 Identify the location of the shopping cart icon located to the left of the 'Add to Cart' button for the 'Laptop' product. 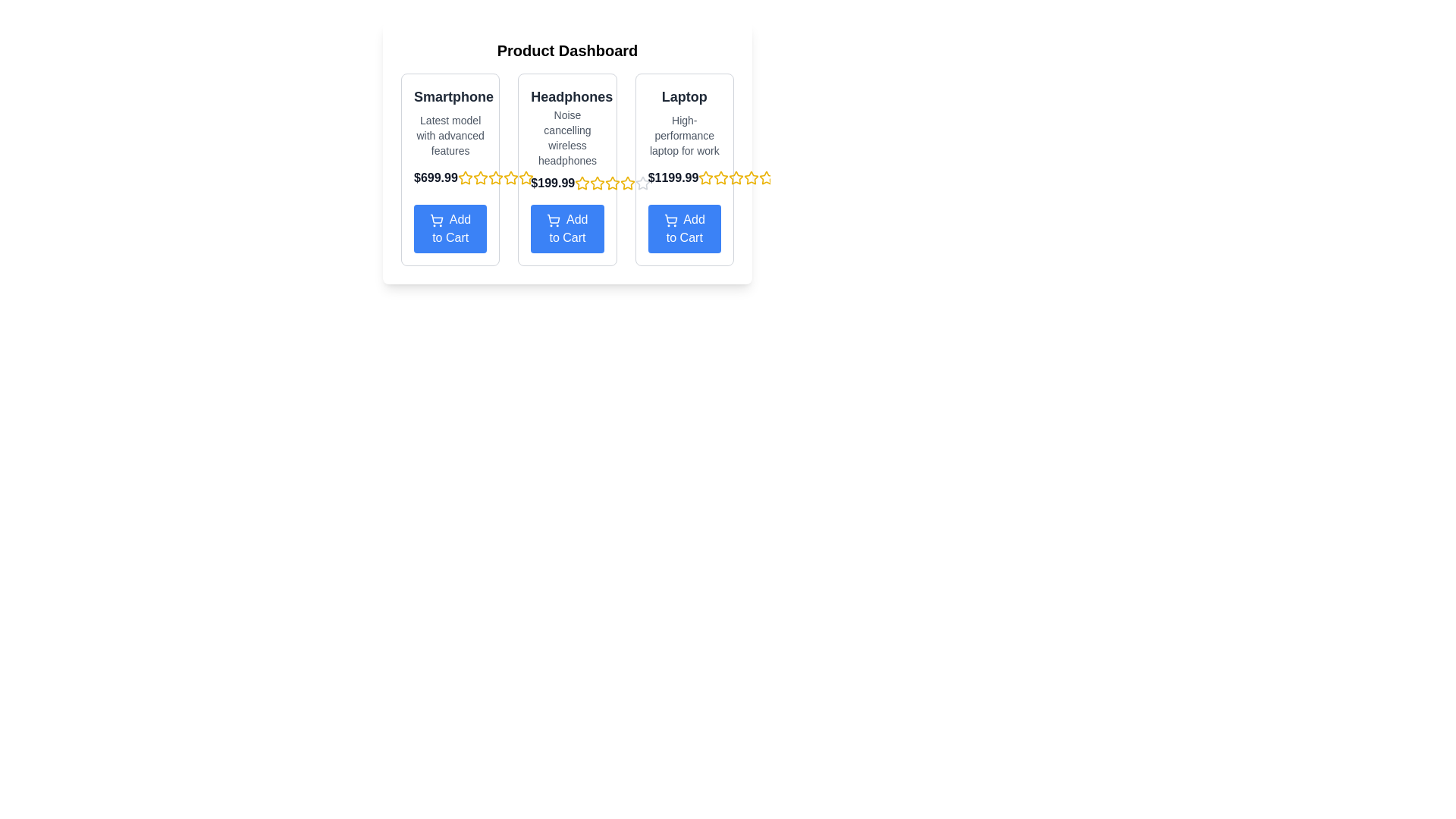
(670, 220).